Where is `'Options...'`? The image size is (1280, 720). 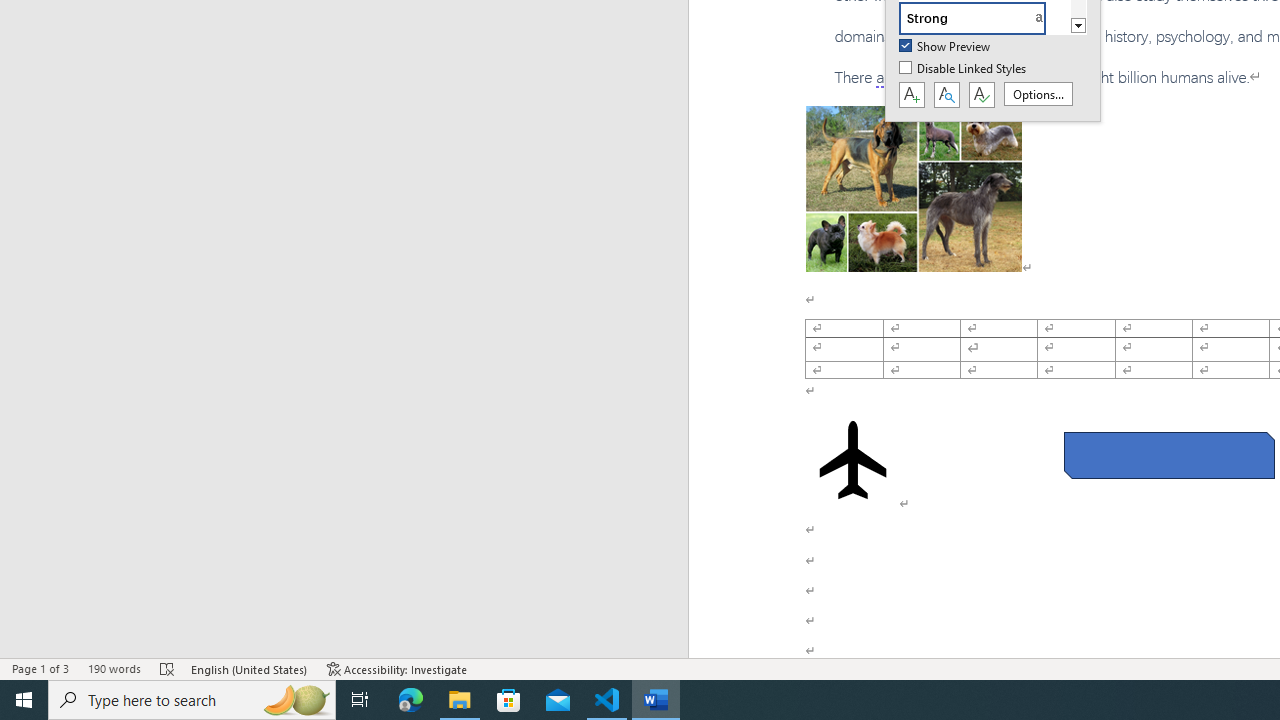 'Options...' is located at coordinates (1038, 93).